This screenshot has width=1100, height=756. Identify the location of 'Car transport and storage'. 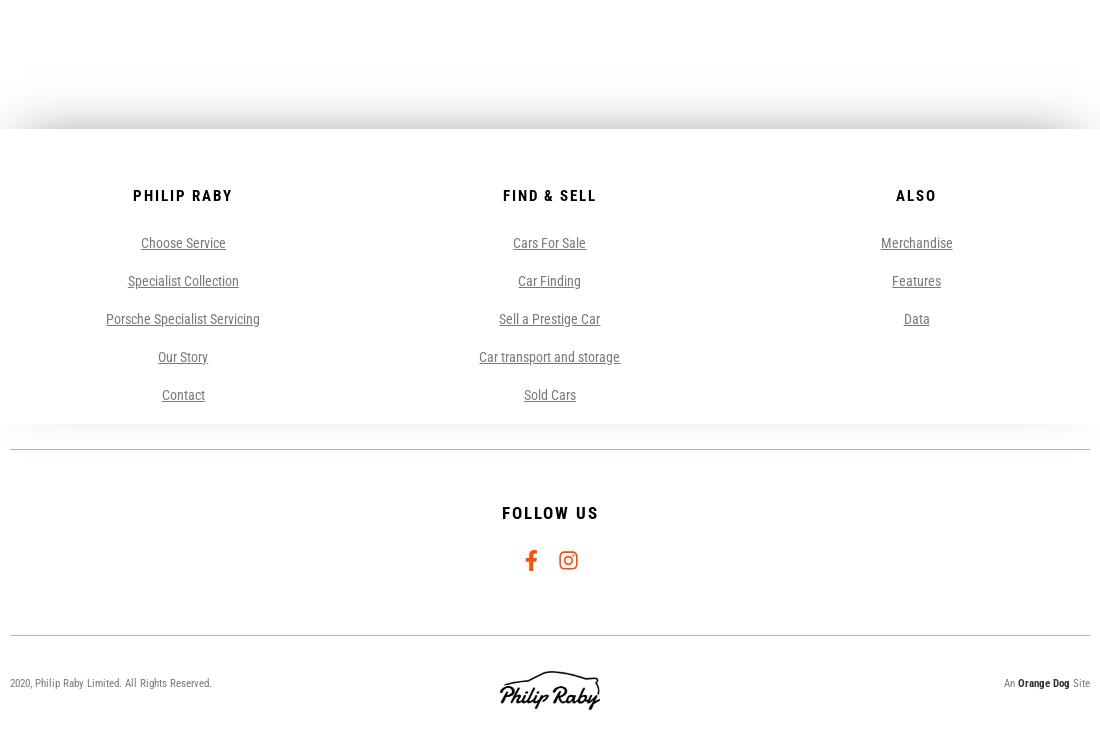
(549, 356).